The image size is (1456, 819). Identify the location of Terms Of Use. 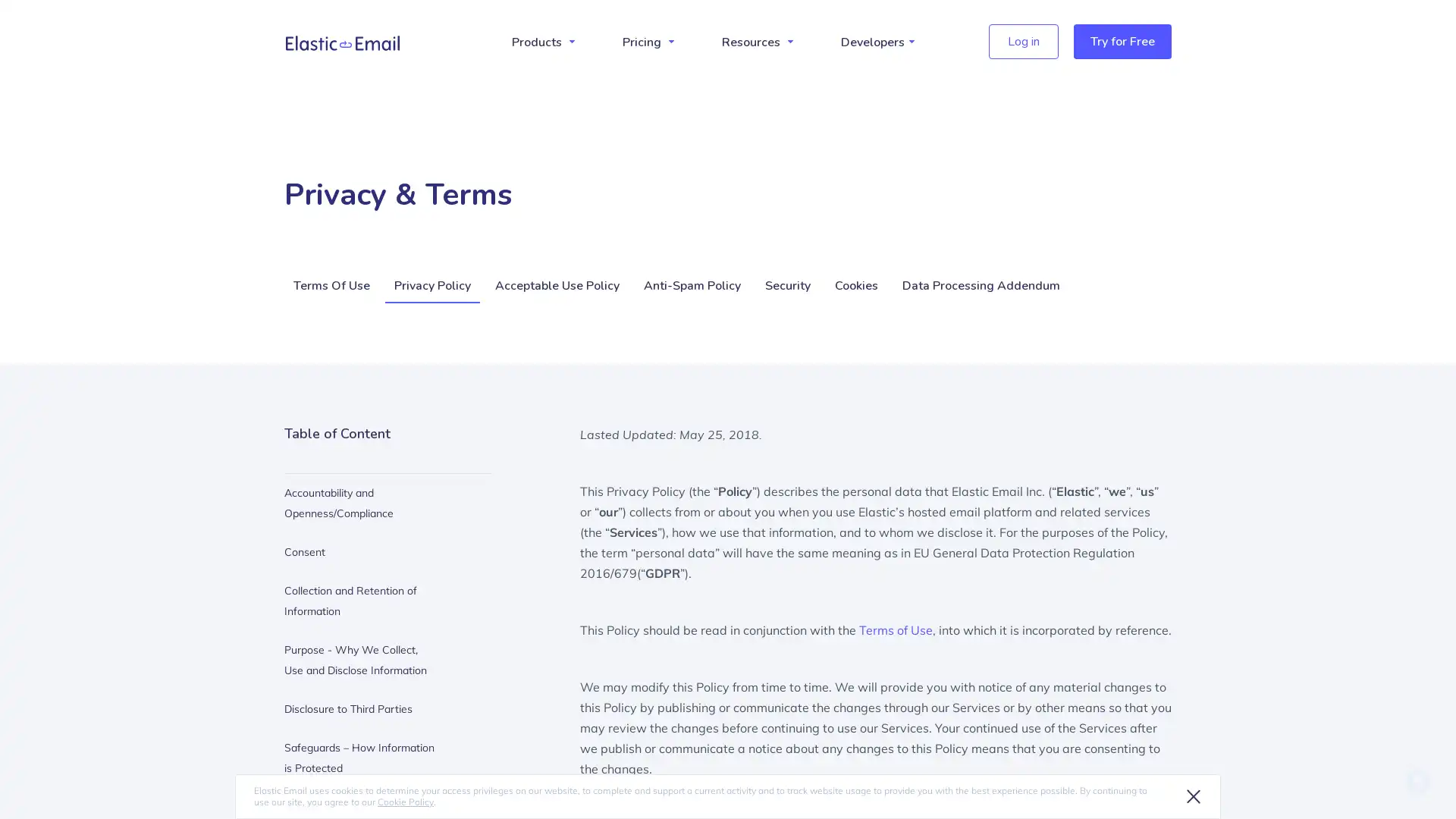
(332, 287).